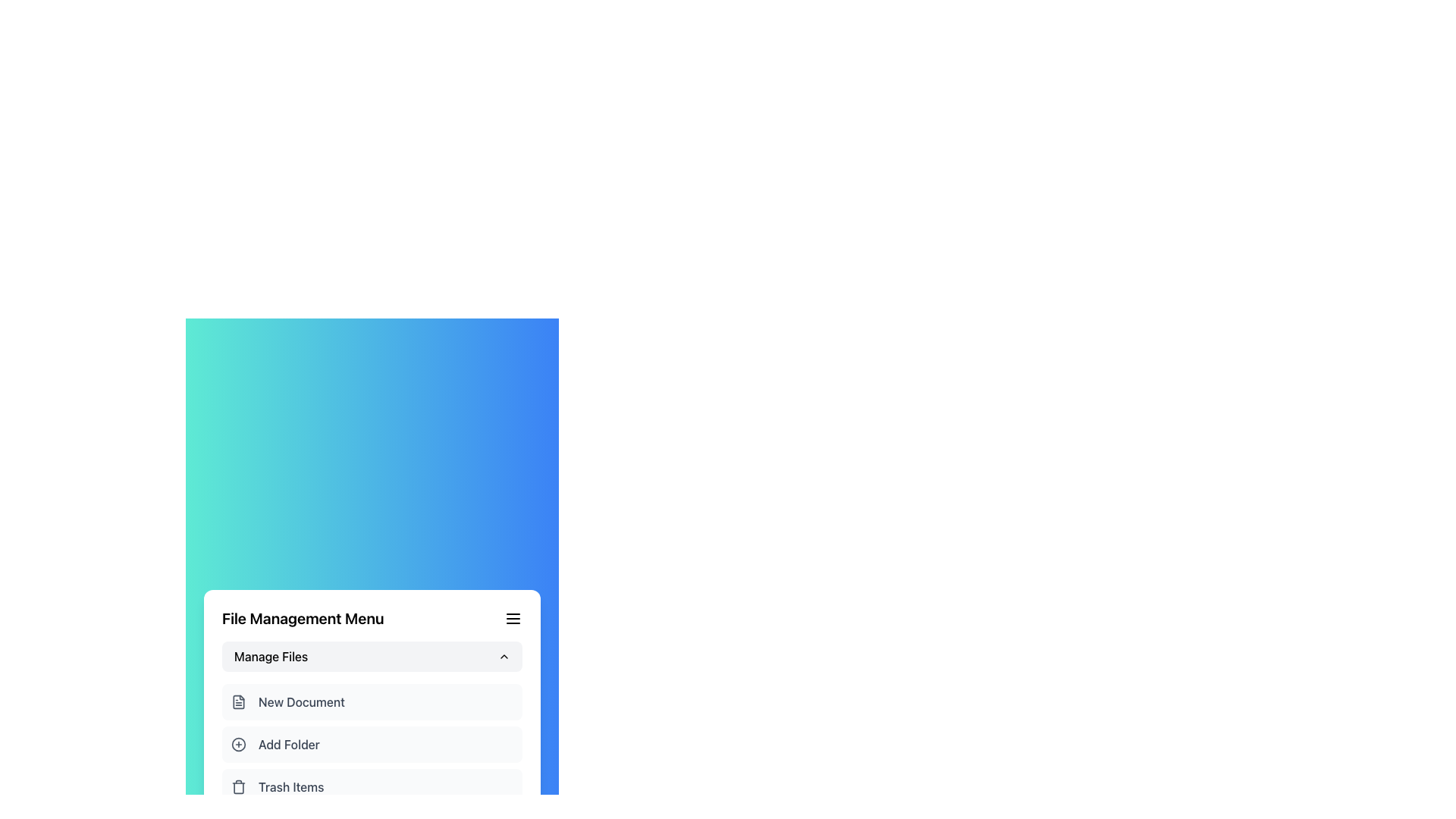 This screenshot has width=1456, height=819. I want to click on the 'Trash Items' button located as the third entry in the 'File Management Menu', positioned below 'Add Folder' and above 'Settings', so click(372, 786).